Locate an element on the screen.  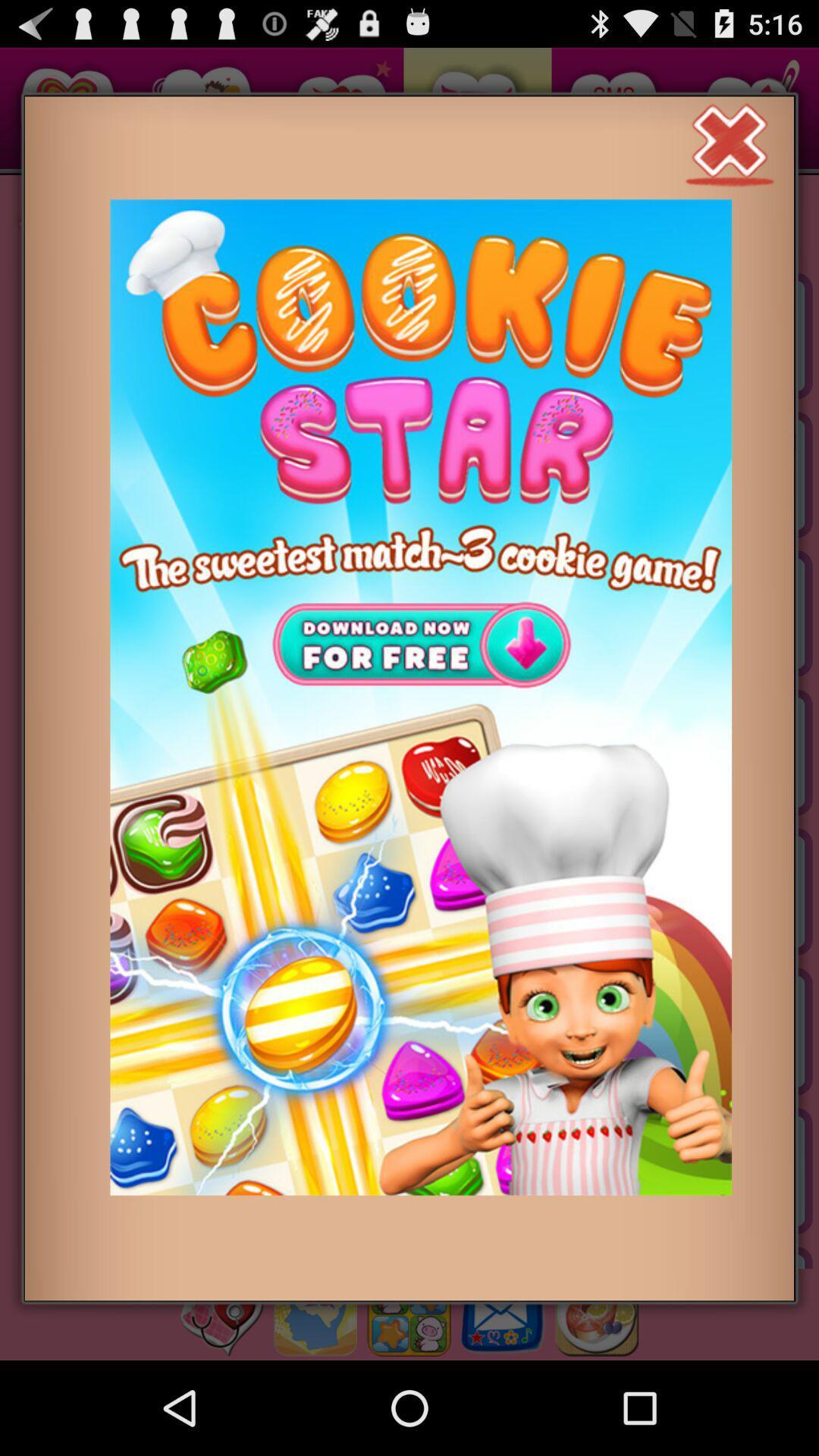
downloadgame is located at coordinates (421, 696).